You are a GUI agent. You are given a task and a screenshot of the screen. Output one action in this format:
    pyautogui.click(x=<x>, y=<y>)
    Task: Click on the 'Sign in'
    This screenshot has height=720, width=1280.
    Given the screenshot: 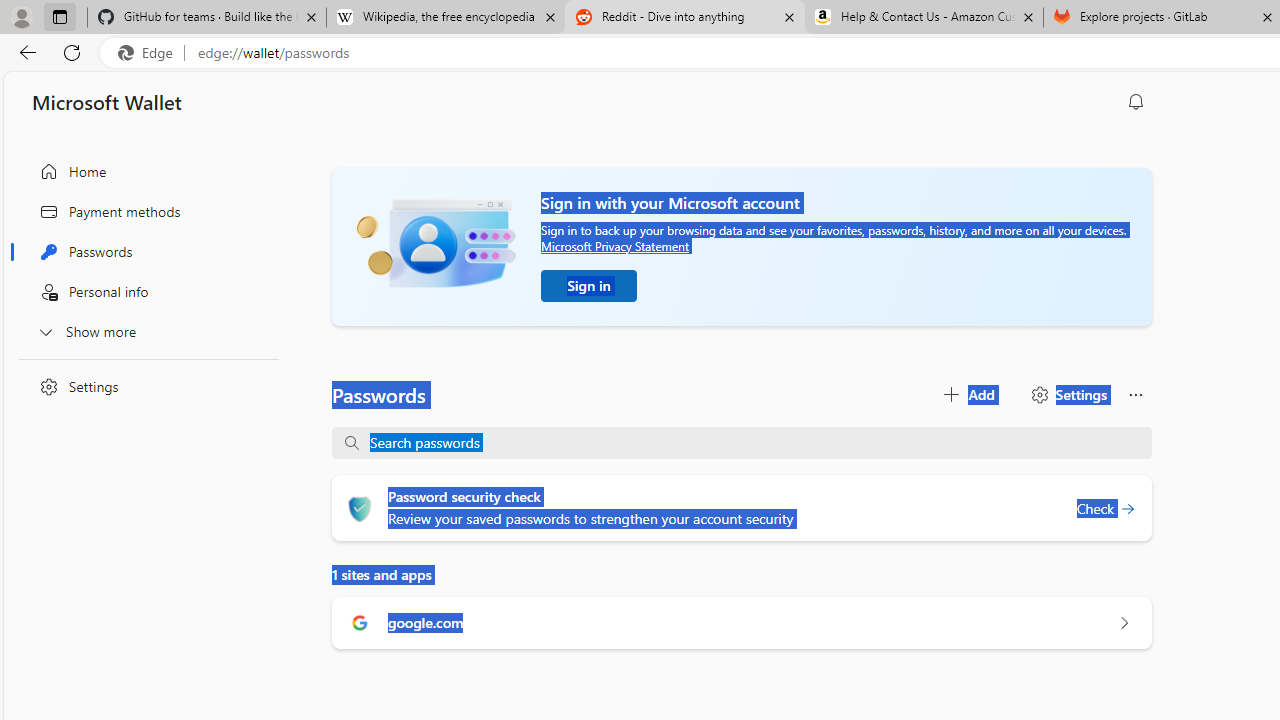 What is the action you would take?
    pyautogui.click(x=588, y=285)
    